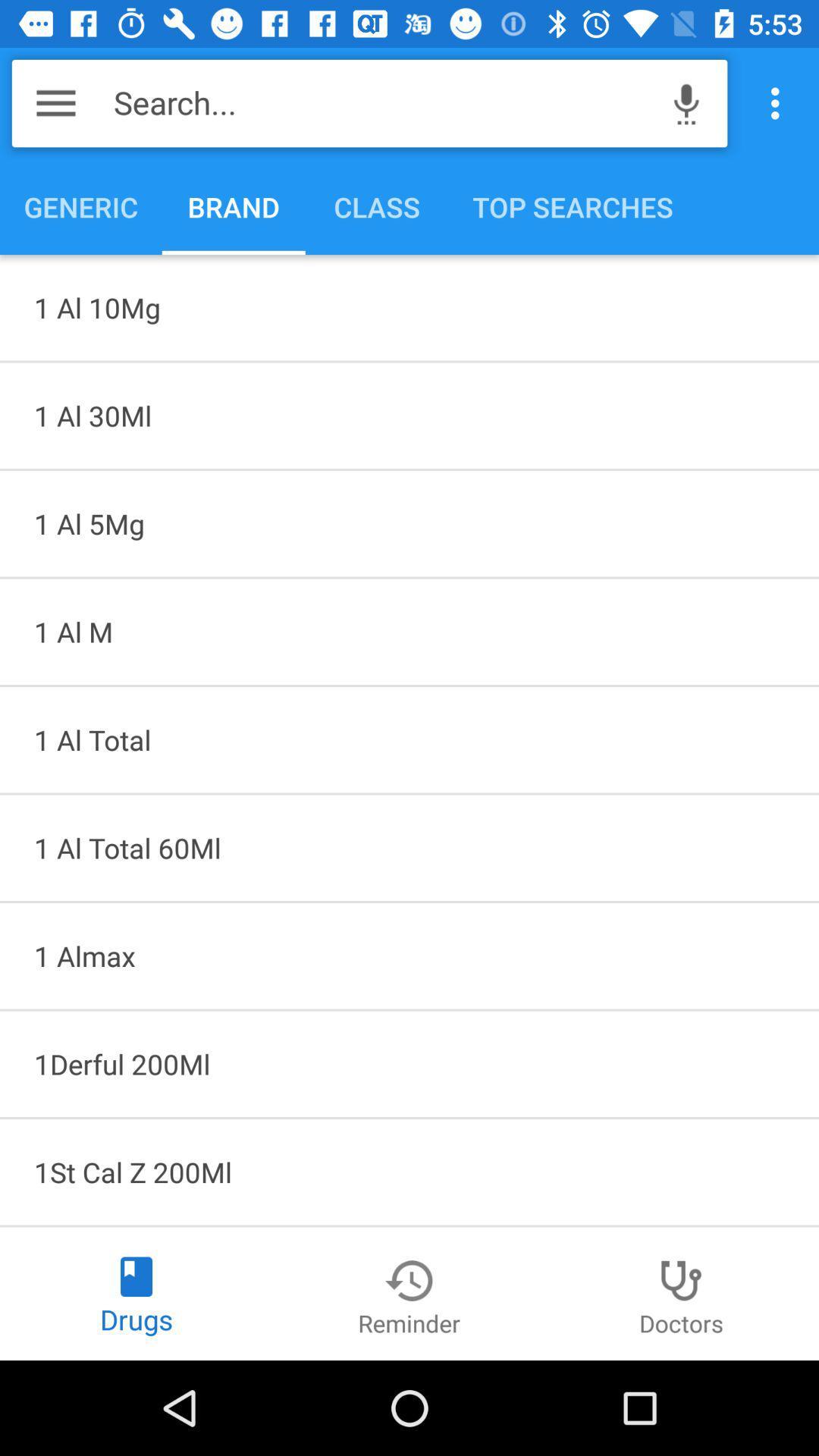  Describe the element at coordinates (409, 955) in the screenshot. I see `the item above 1derful 200ml icon` at that location.